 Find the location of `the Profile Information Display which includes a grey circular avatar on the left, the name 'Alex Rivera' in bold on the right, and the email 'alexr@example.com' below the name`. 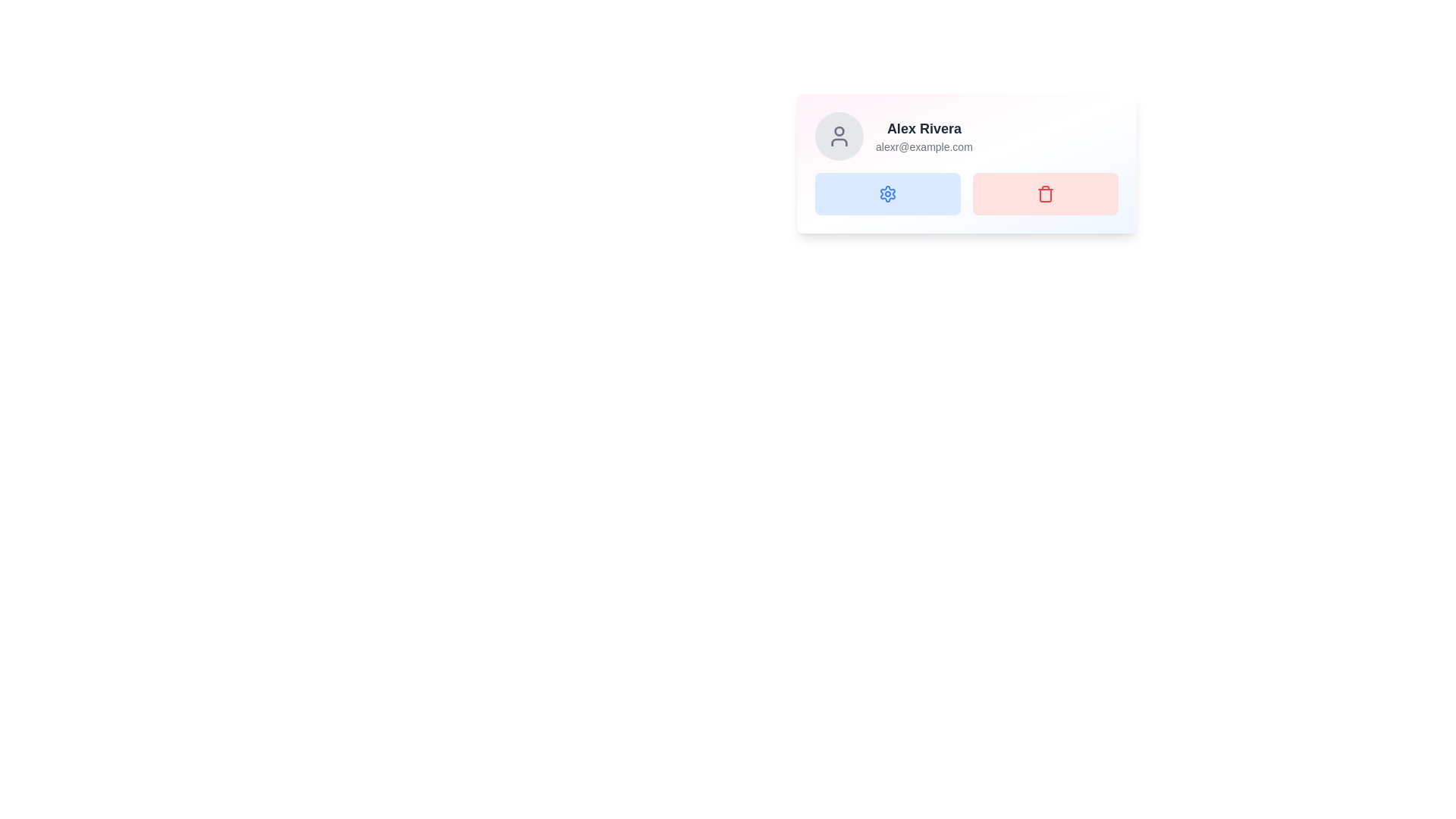

the Profile Information Display which includes a grey circular avatar on the left, the name 'Alex Rivera' in bold on the right, and the email 'alexr@example.com' below the name is located at coordinates (966, 136).